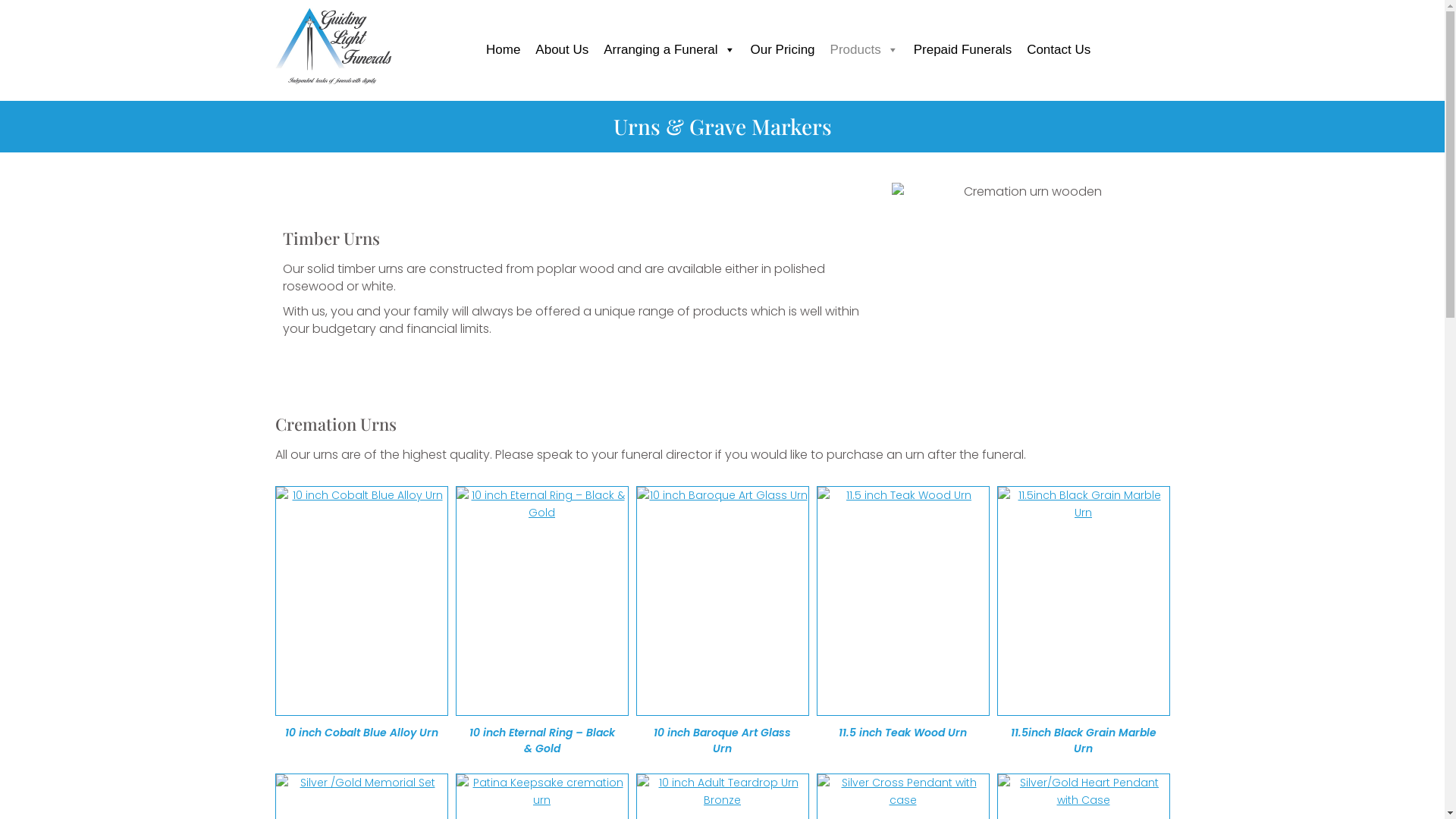 The height and width of the screenshot is (819, 1456). What do you see at coordinates (503, 49) in the screenshot?
I see `'Home'` at bounding box center [503, 49].